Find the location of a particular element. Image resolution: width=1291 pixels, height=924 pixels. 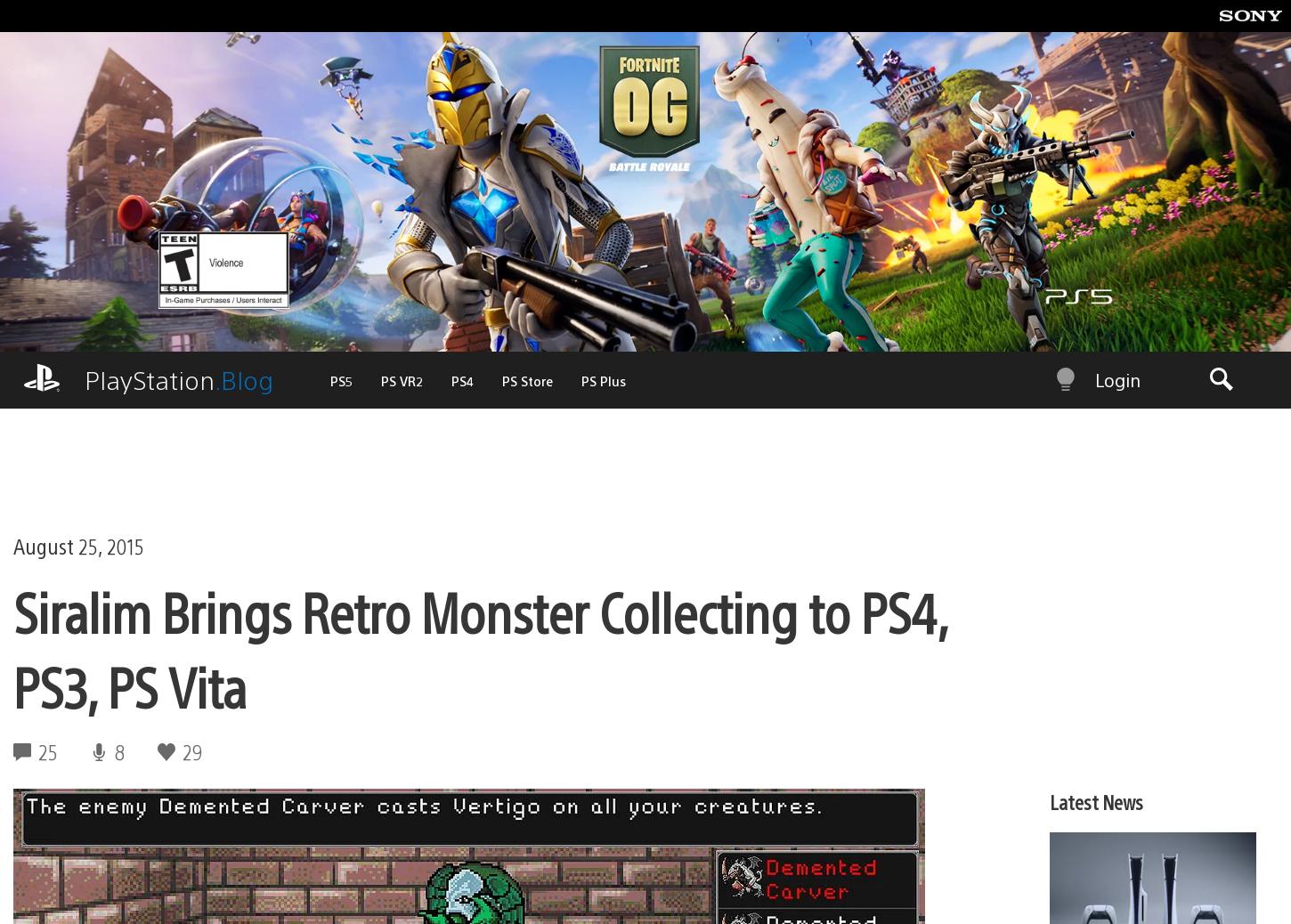

'PS VR2' is located at coordinates (89, 436).